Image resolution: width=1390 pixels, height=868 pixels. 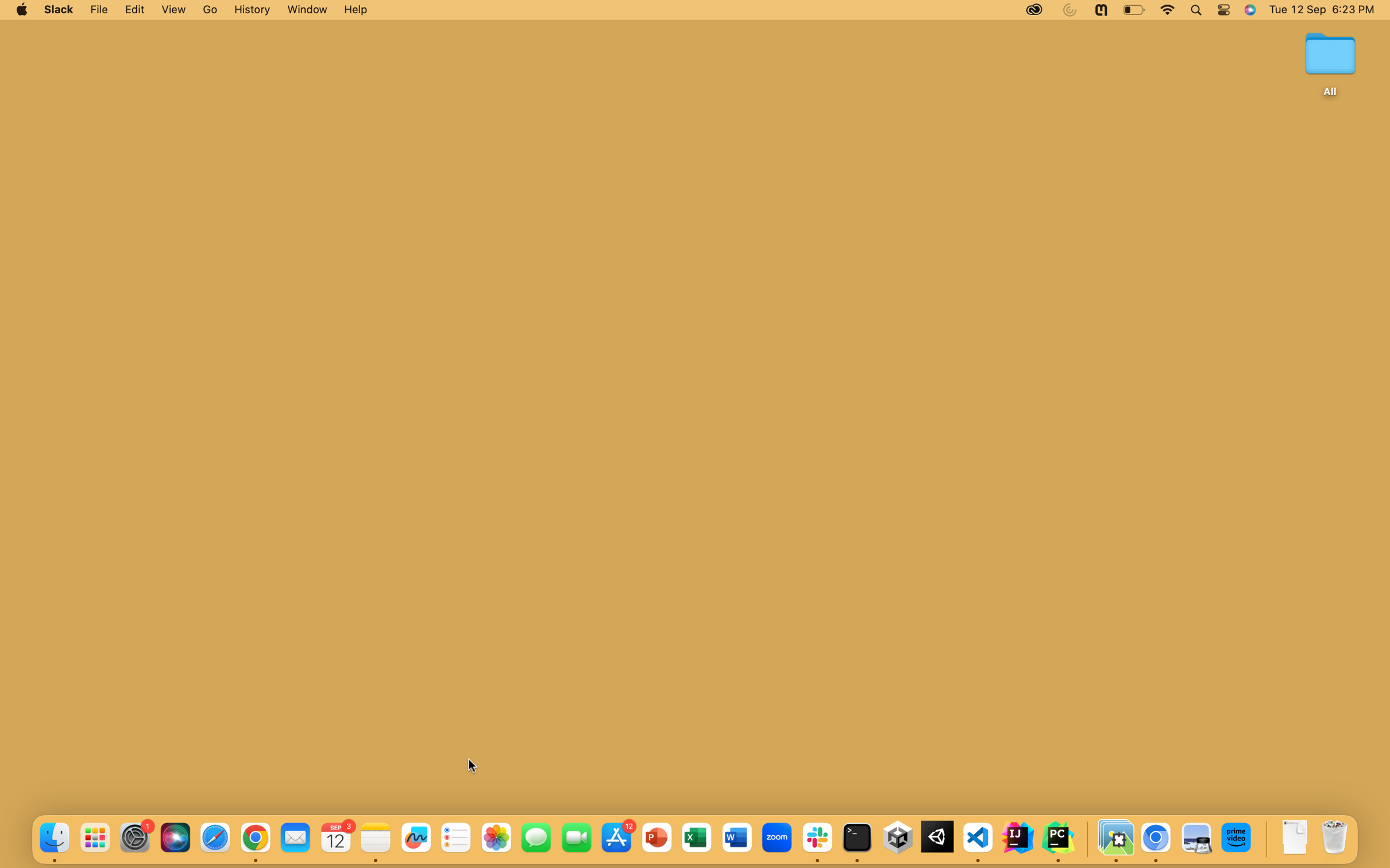 What do you see at coordinates (337, 838) in the screenshot?
I see `and open the Calendar Application by clicking its icon at the screen"s bottom` at bounding box center [337, 838].